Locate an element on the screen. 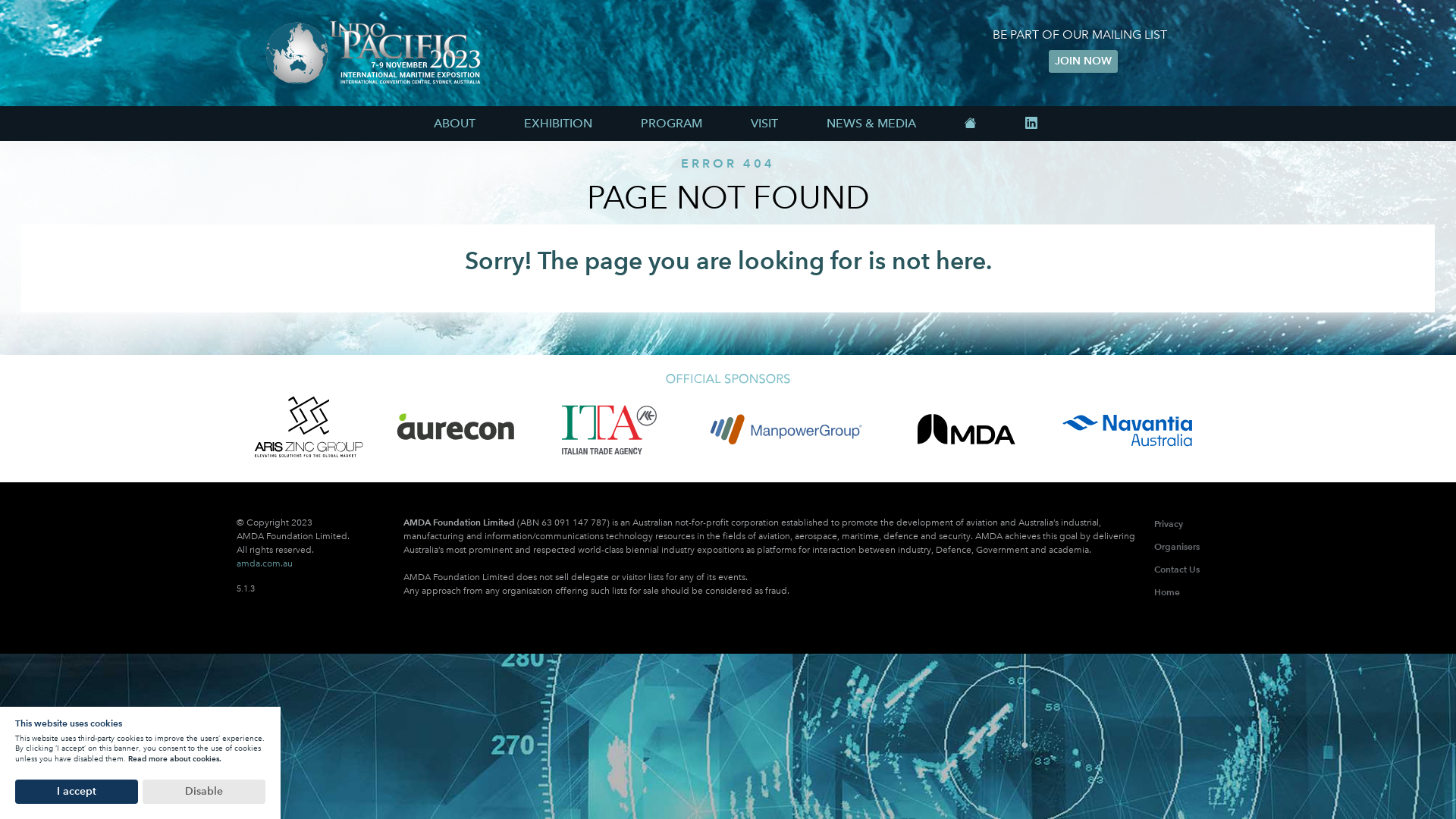 This screenshot has width=1456, height=819. 'amda.com.au' is located at coordinates (265, 563).